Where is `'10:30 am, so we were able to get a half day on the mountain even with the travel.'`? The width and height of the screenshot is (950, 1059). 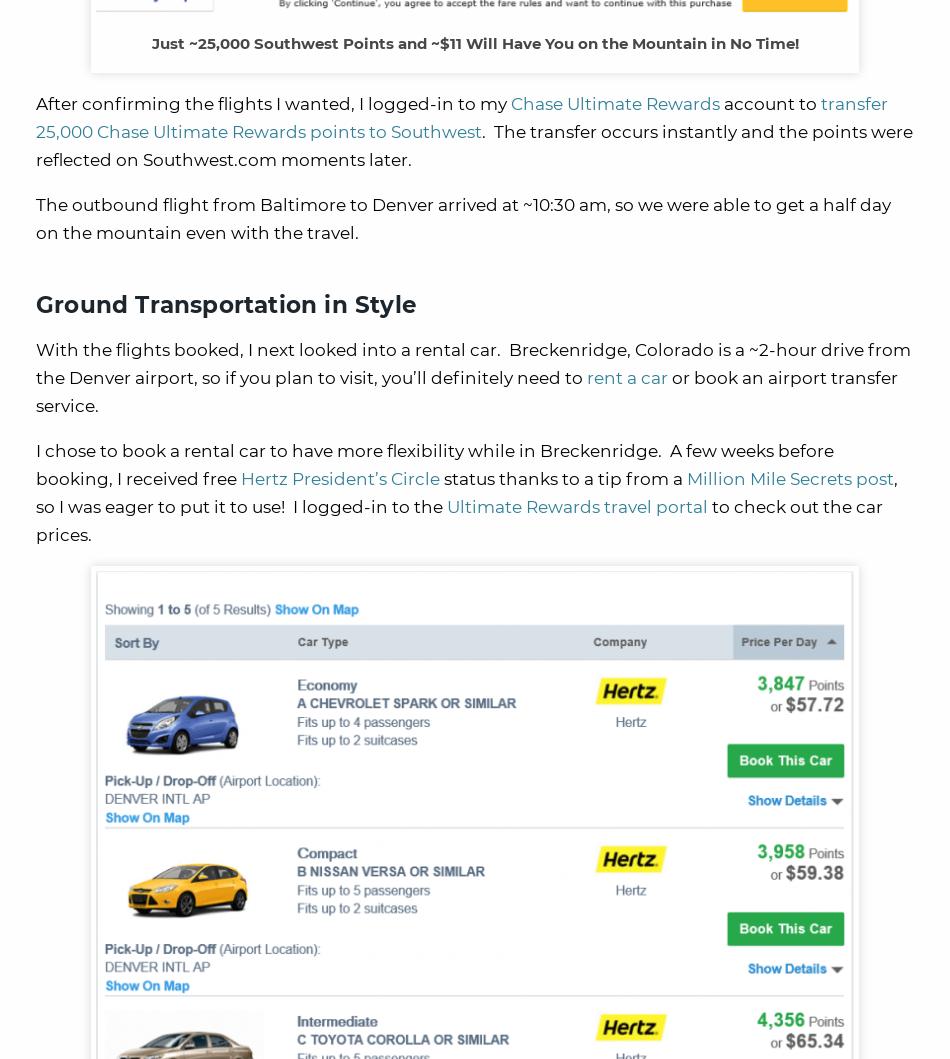 '10:30 am, so we were able to get a half day on the mountain even with the travel.' is located at coordinates (462, 218).